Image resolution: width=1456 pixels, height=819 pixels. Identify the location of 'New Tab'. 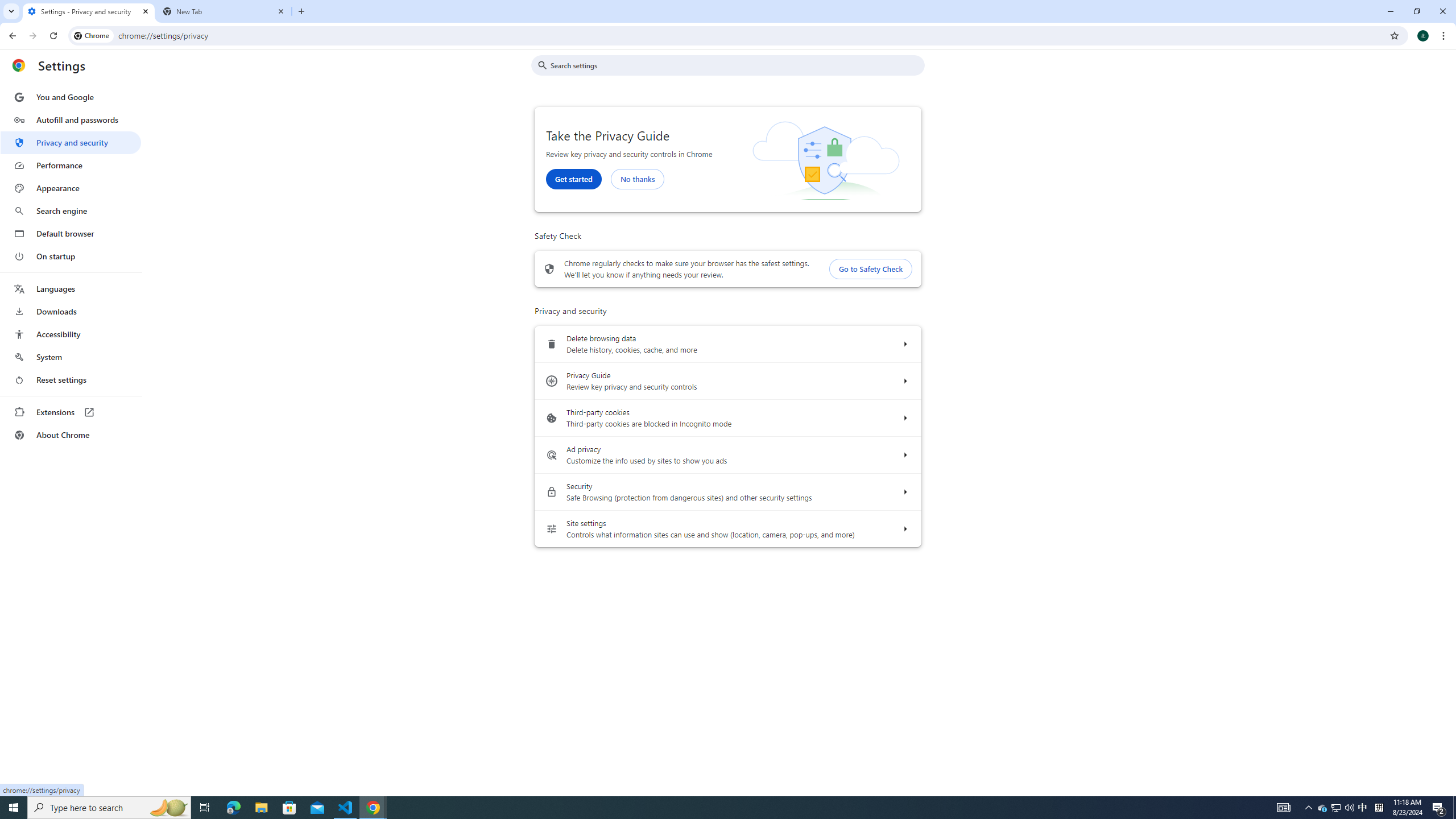
(224, 11).